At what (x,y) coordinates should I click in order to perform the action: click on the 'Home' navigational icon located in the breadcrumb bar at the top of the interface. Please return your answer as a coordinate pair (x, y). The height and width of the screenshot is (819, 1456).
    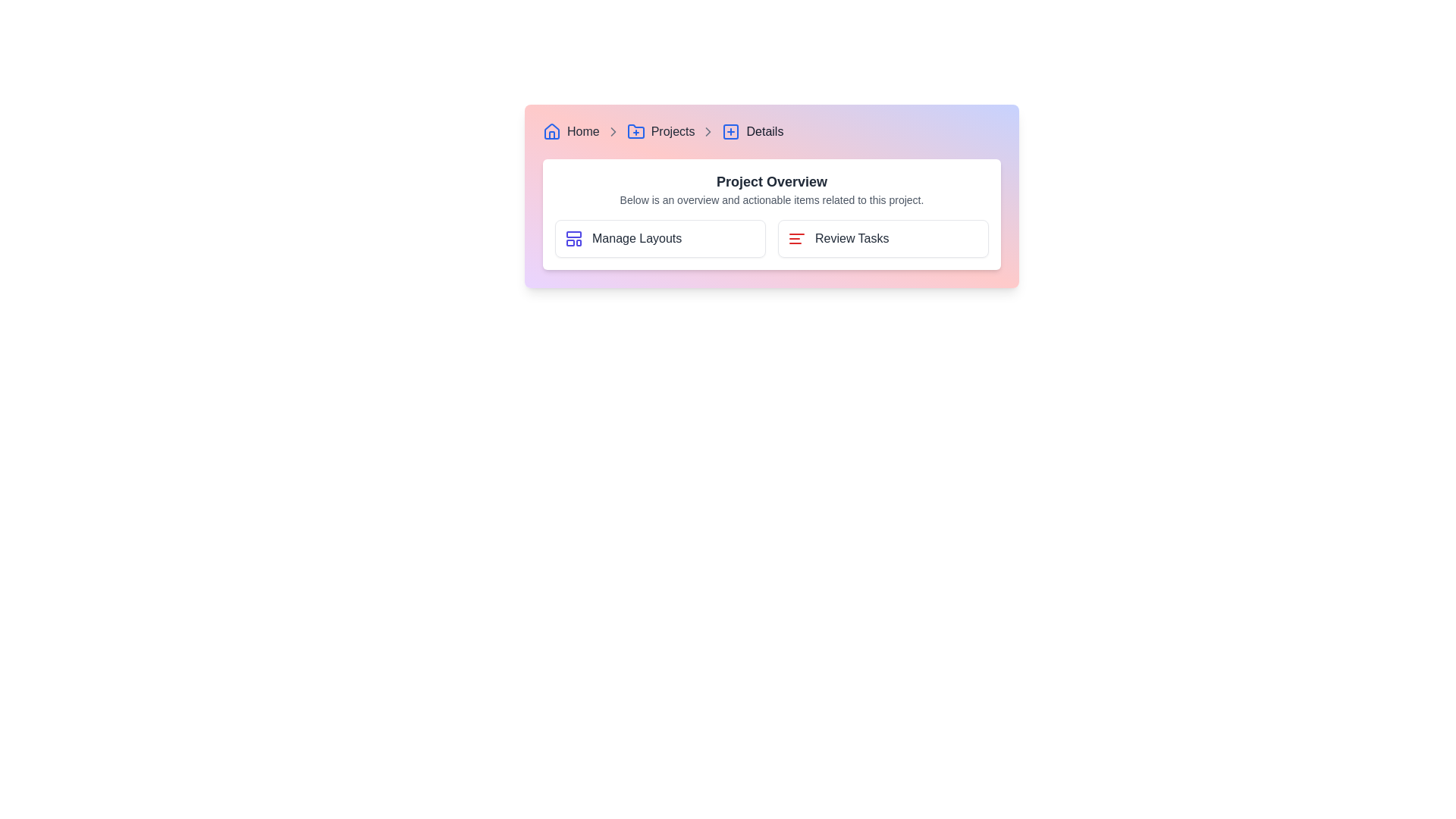
    Looking at the image, I should click on (551, 130).